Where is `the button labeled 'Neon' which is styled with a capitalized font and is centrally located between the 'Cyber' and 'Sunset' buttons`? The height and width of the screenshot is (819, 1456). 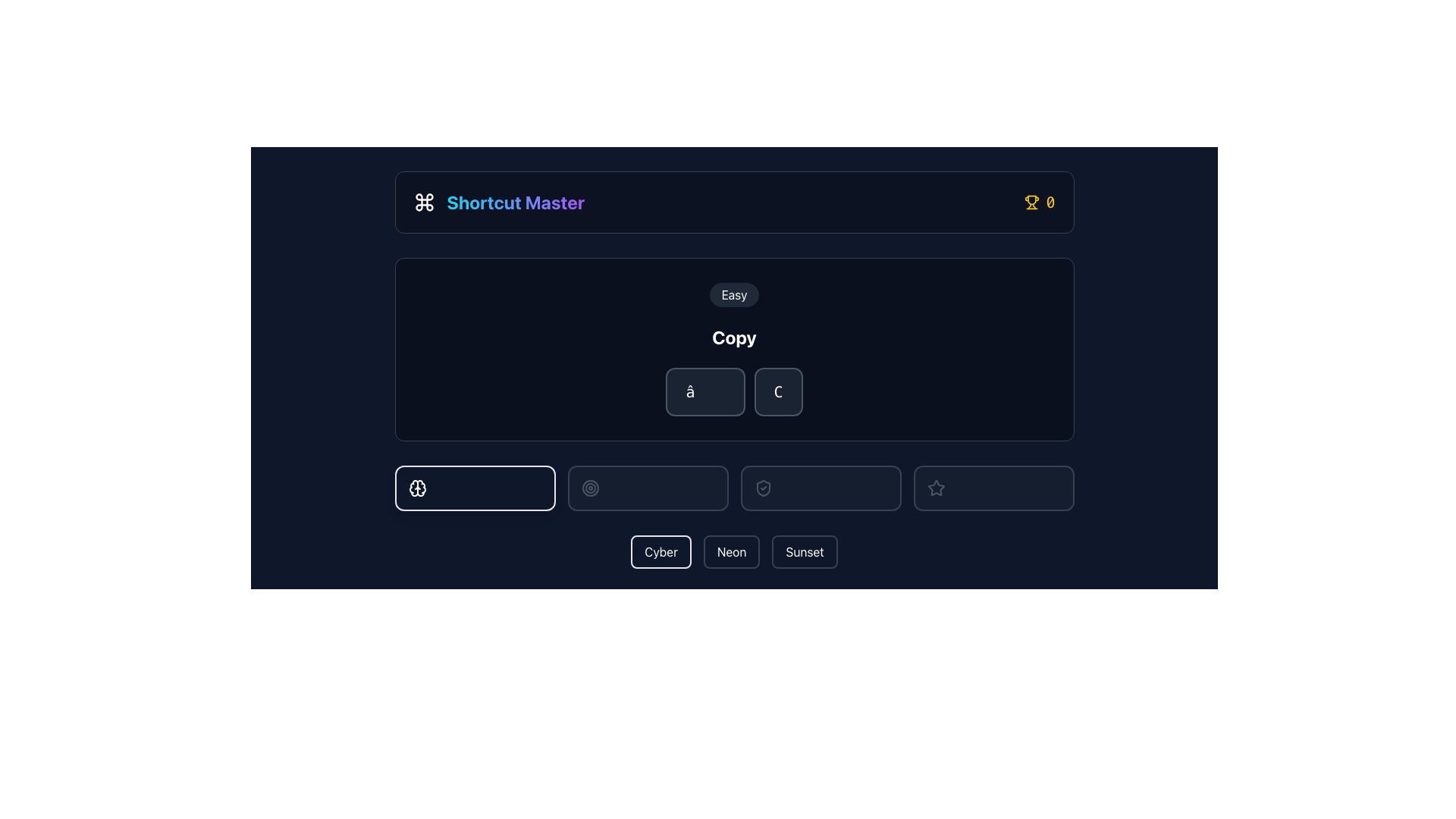 the button labeled 'Neon' which is styled with a capitalized font and is centrally located between the 'Cyber' and 'Sunset' buttons is located at coordinates (732, 552).